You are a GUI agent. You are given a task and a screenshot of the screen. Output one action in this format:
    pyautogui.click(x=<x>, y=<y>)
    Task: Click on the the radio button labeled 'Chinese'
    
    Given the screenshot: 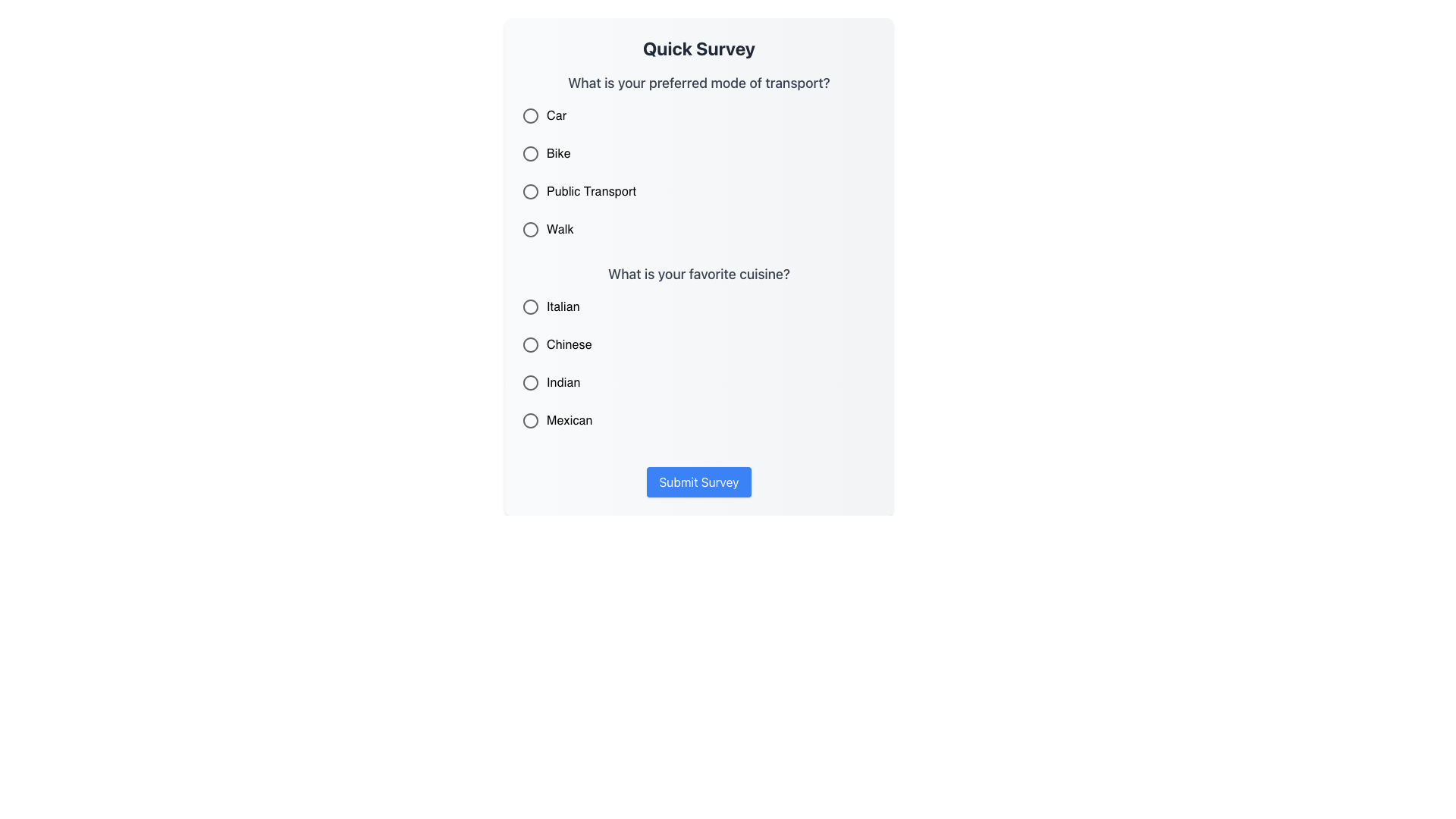 What is the action you would take?
    pyautogui.click(x=531, y=345)
    